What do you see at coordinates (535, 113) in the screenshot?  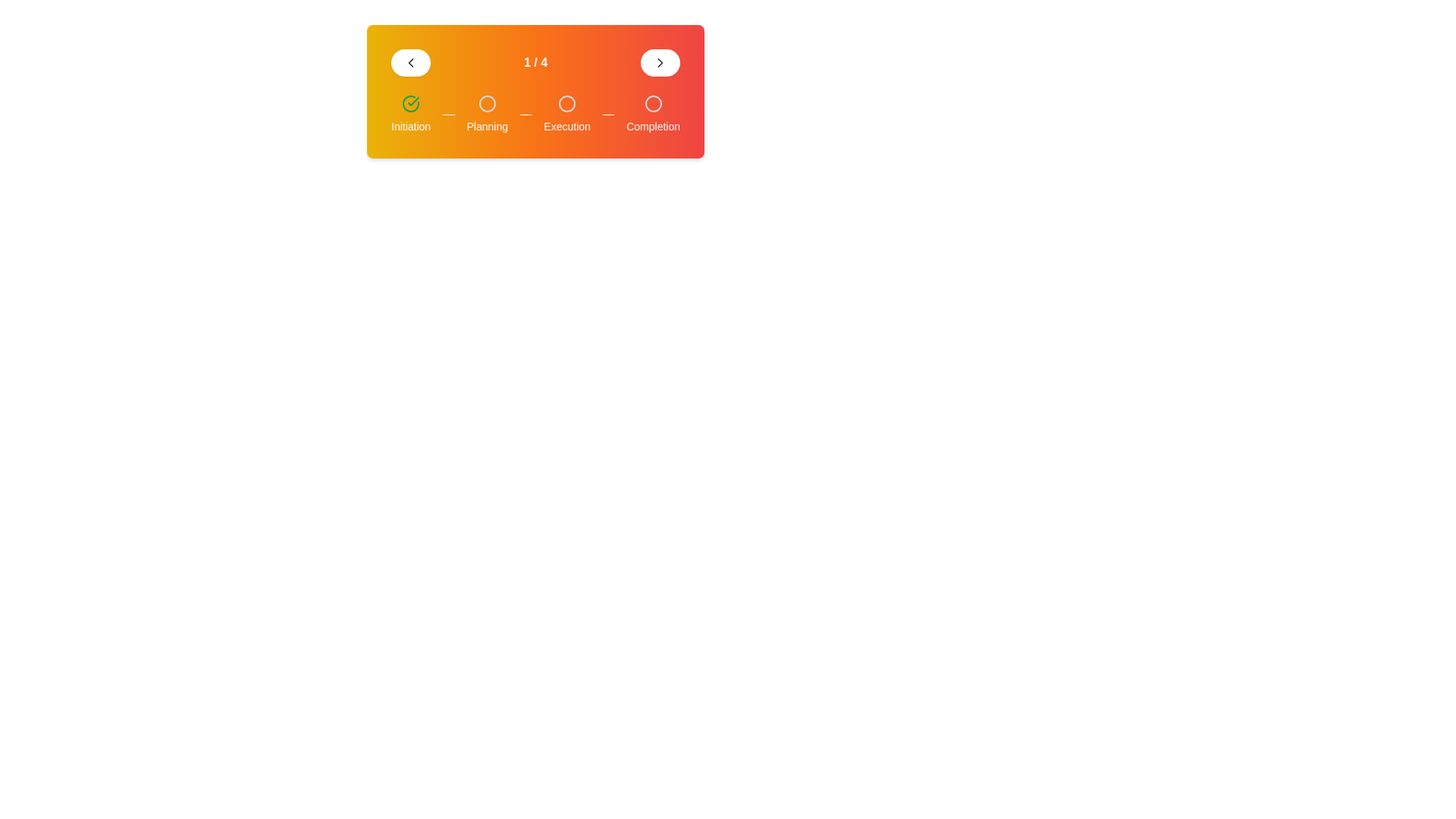 I see `the stage icons of the progress bar control, which includes stages labeled 'Initiation', 'Planning', 'Execution', and 'Completion', to attempt stage navigation` at bounding box center [535, 113].